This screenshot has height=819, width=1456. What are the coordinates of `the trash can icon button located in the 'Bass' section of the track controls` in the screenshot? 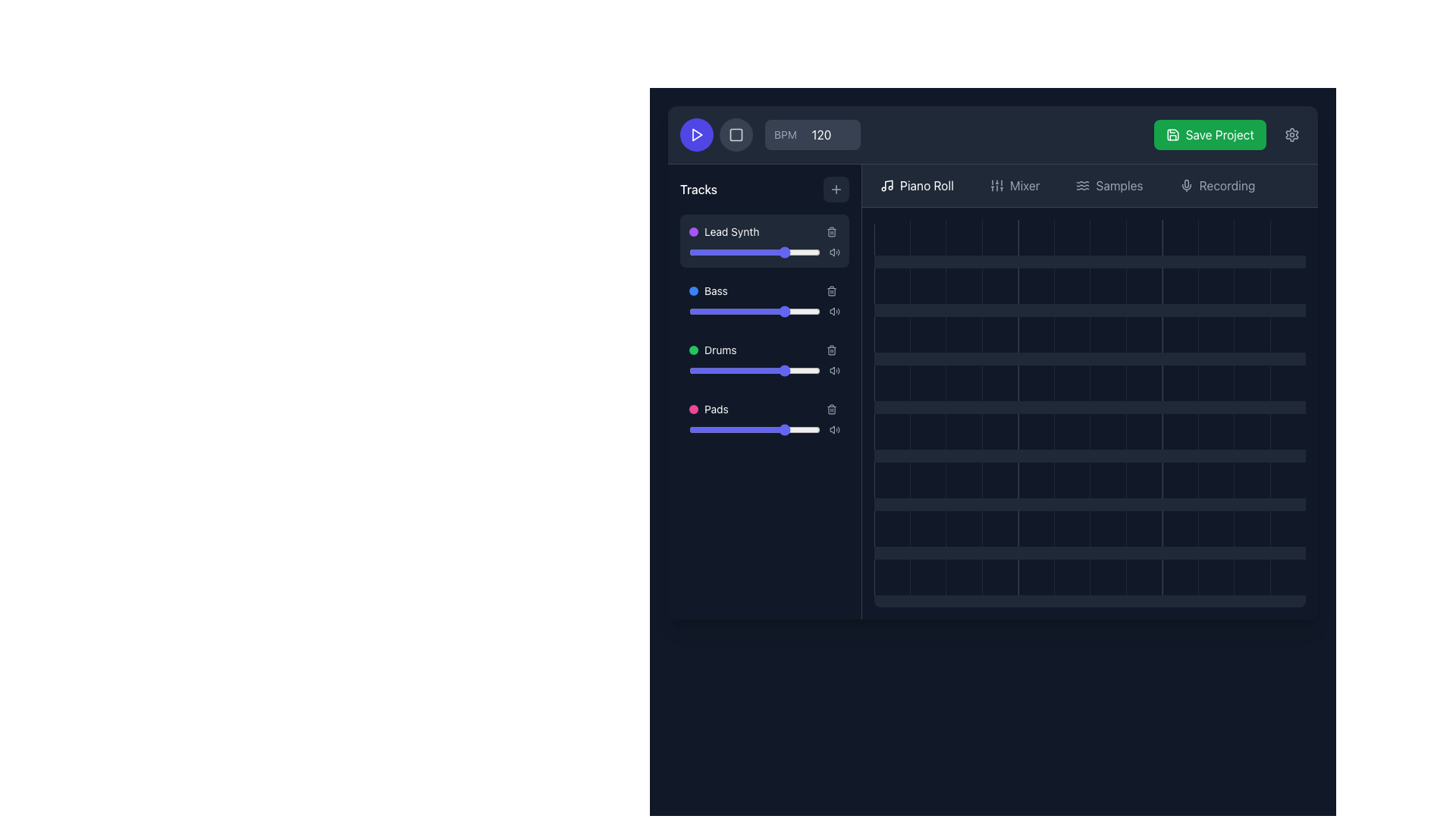 It's located at (831, 291).